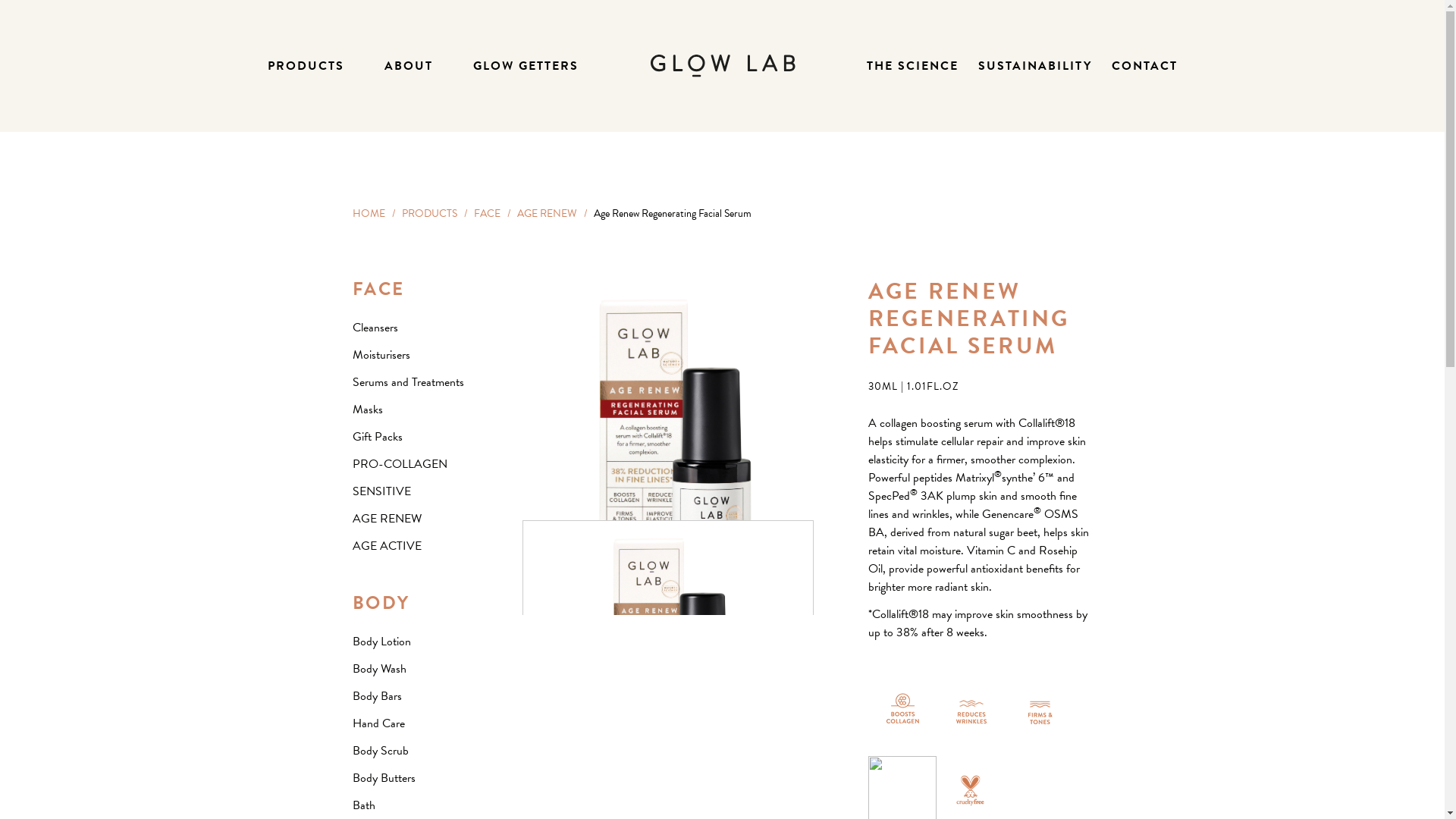  What do you see at coordinates (1144, 65) in the screenshot?
I see `'CONTACT'` at bounding box center [1144, 65].